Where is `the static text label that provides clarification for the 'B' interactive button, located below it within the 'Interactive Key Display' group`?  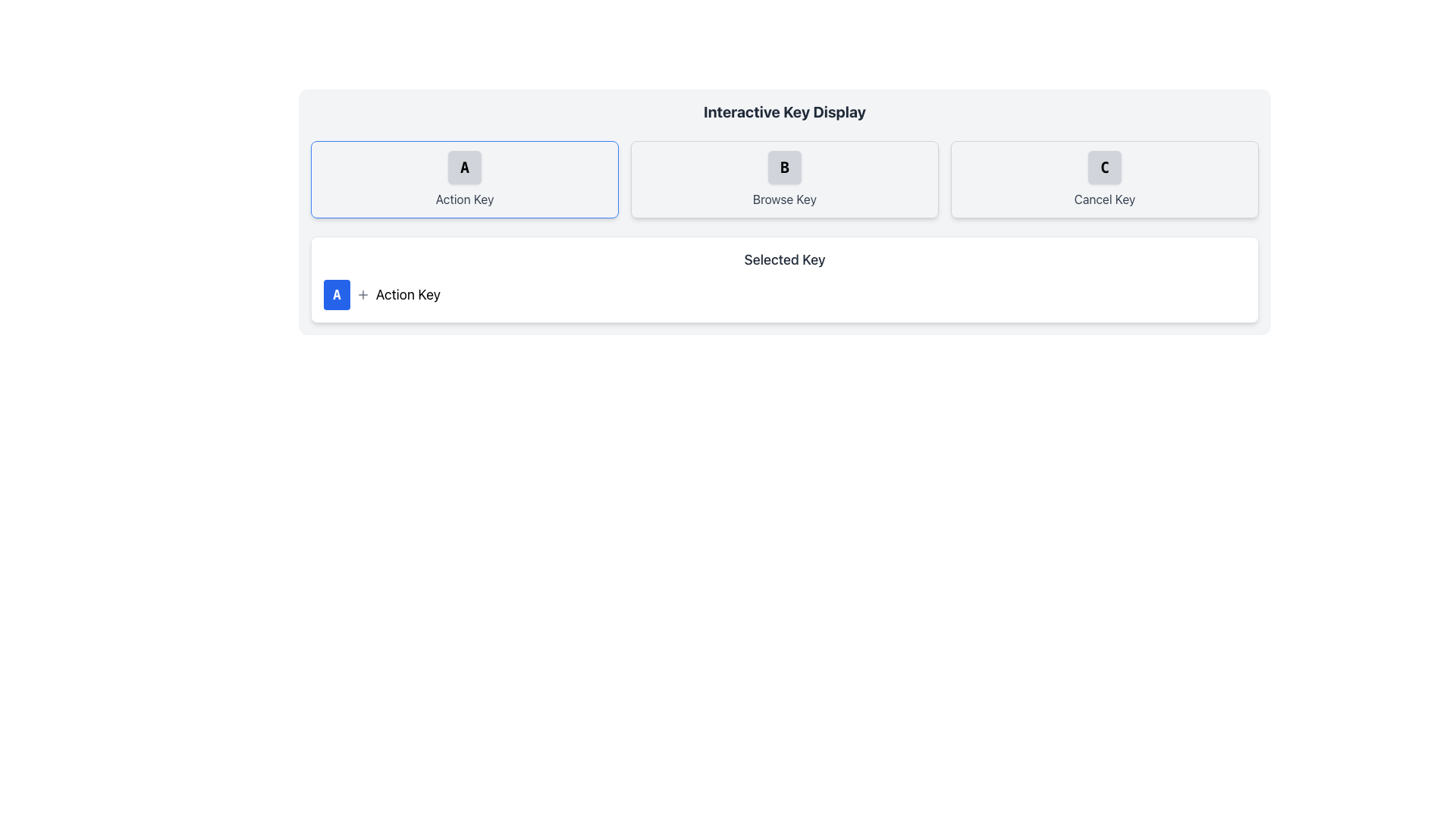 the static text label that provides clarification for the 'B' interactive button, located below it within the 'Interactive Key Display' group is located at coordinates (785, 198).